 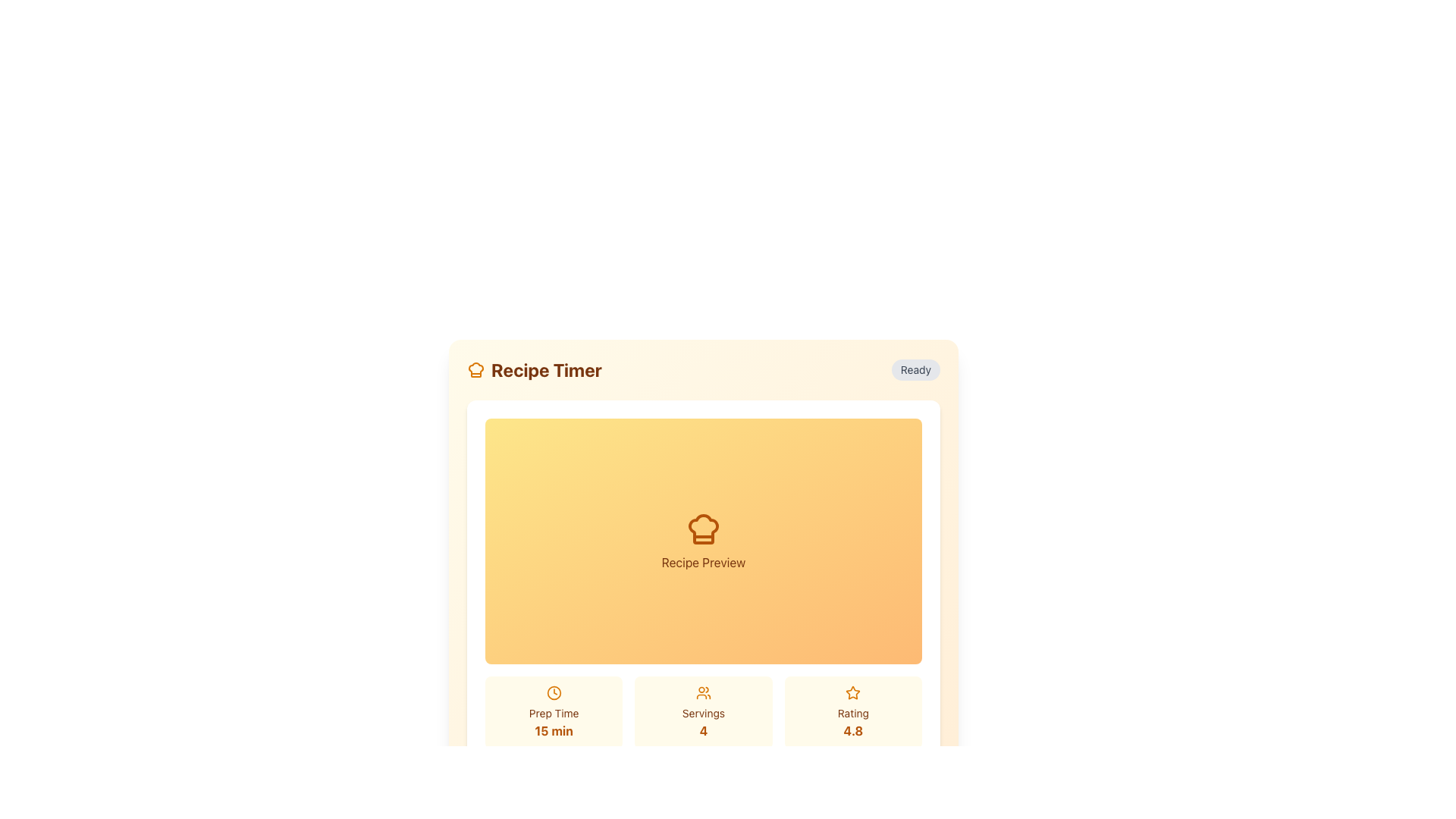 What do you see at coordinates (853, 692) in the screenshot?
I see `the distinctive amber star icon located within the 'Rating 4.8' card at the bottom right of the window` at bounding box center [853, 692].